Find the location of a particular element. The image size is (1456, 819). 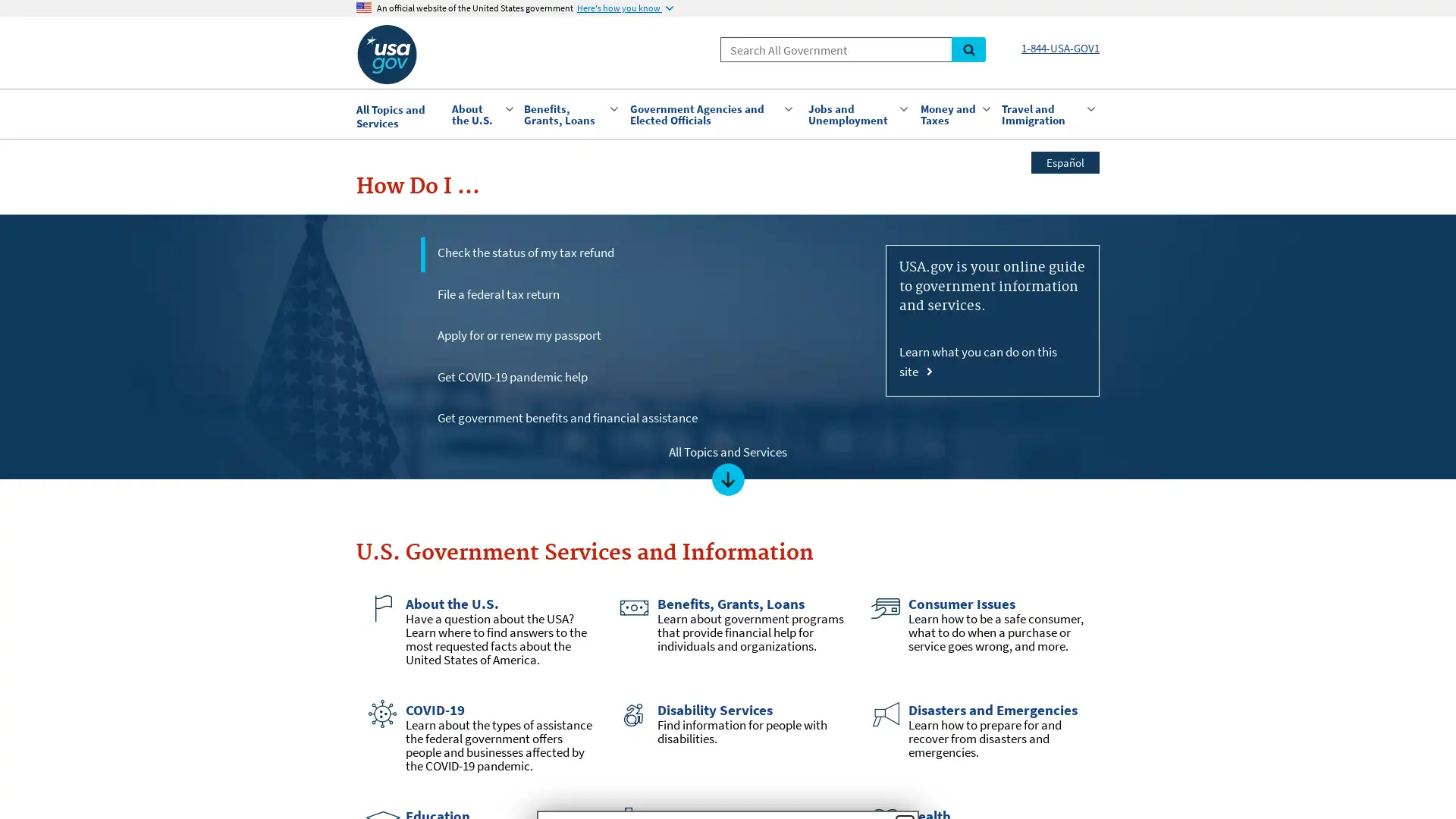

Search is located at coordinates (968, 49).